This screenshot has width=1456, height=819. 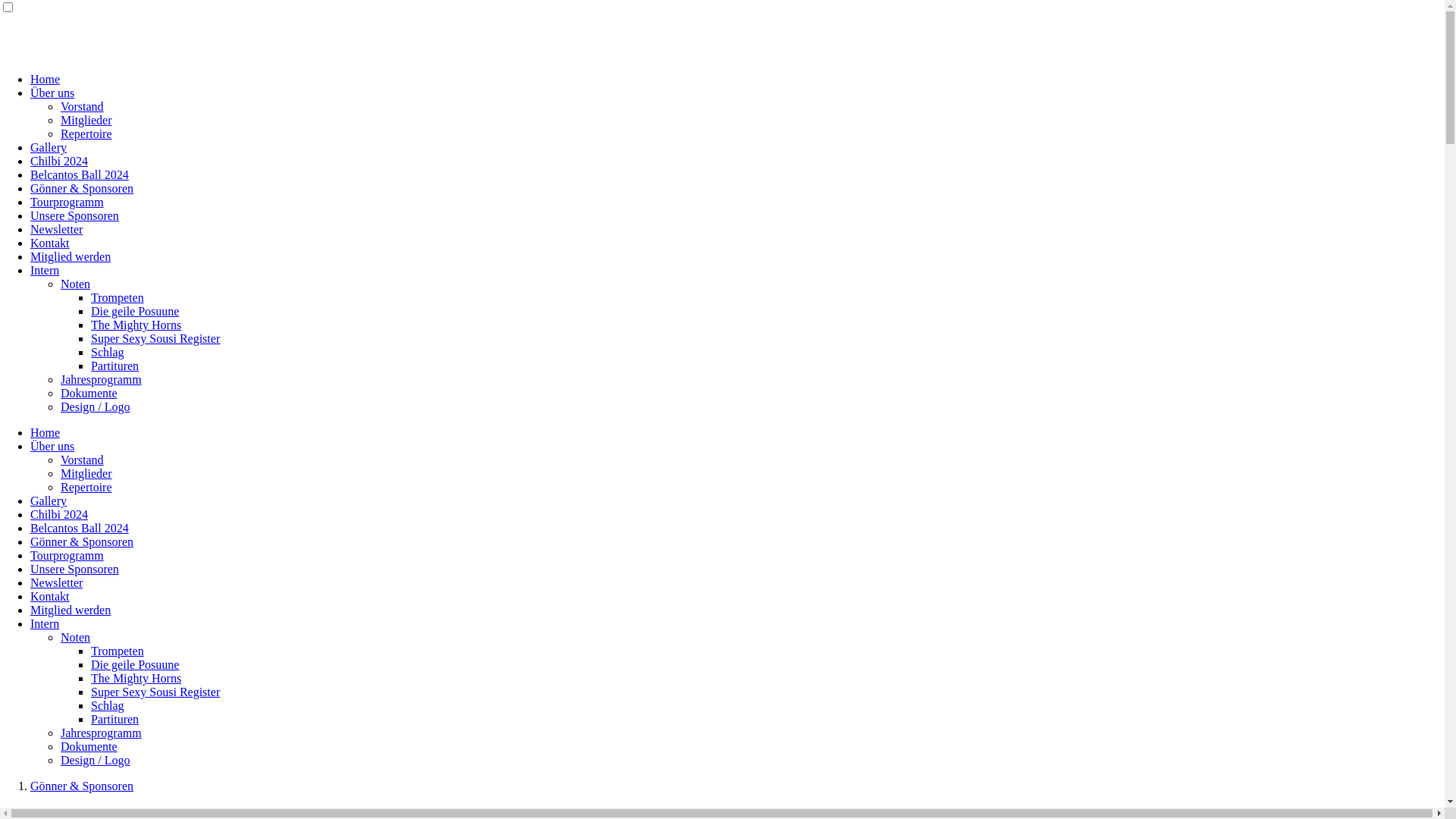 I want to click on 'Jahresprogramm', so click(x=100, y=378).